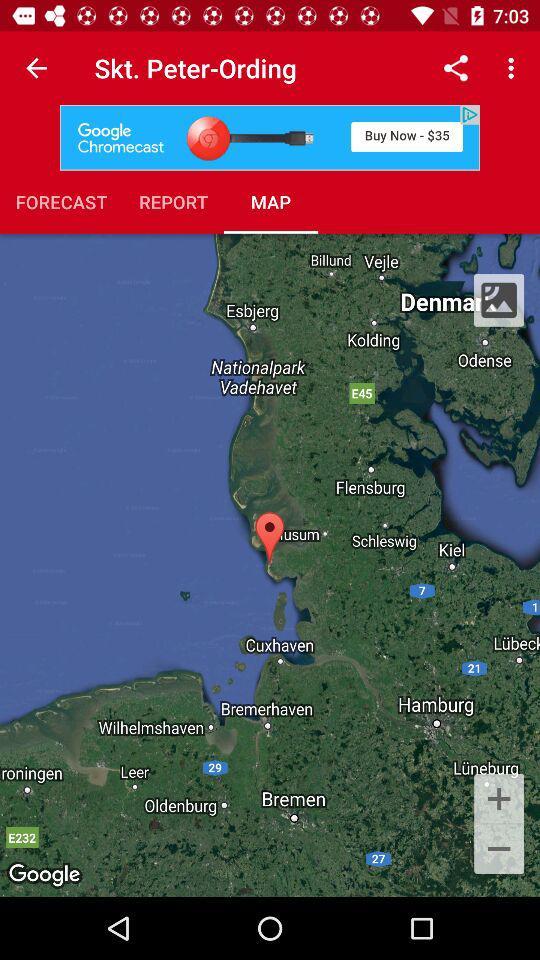 This screenshot has height=960, width=540. What do you see at coordinates (270, 136) in the screenshot?
I see `selection of an advertisement` at bounding box center [270, 136].